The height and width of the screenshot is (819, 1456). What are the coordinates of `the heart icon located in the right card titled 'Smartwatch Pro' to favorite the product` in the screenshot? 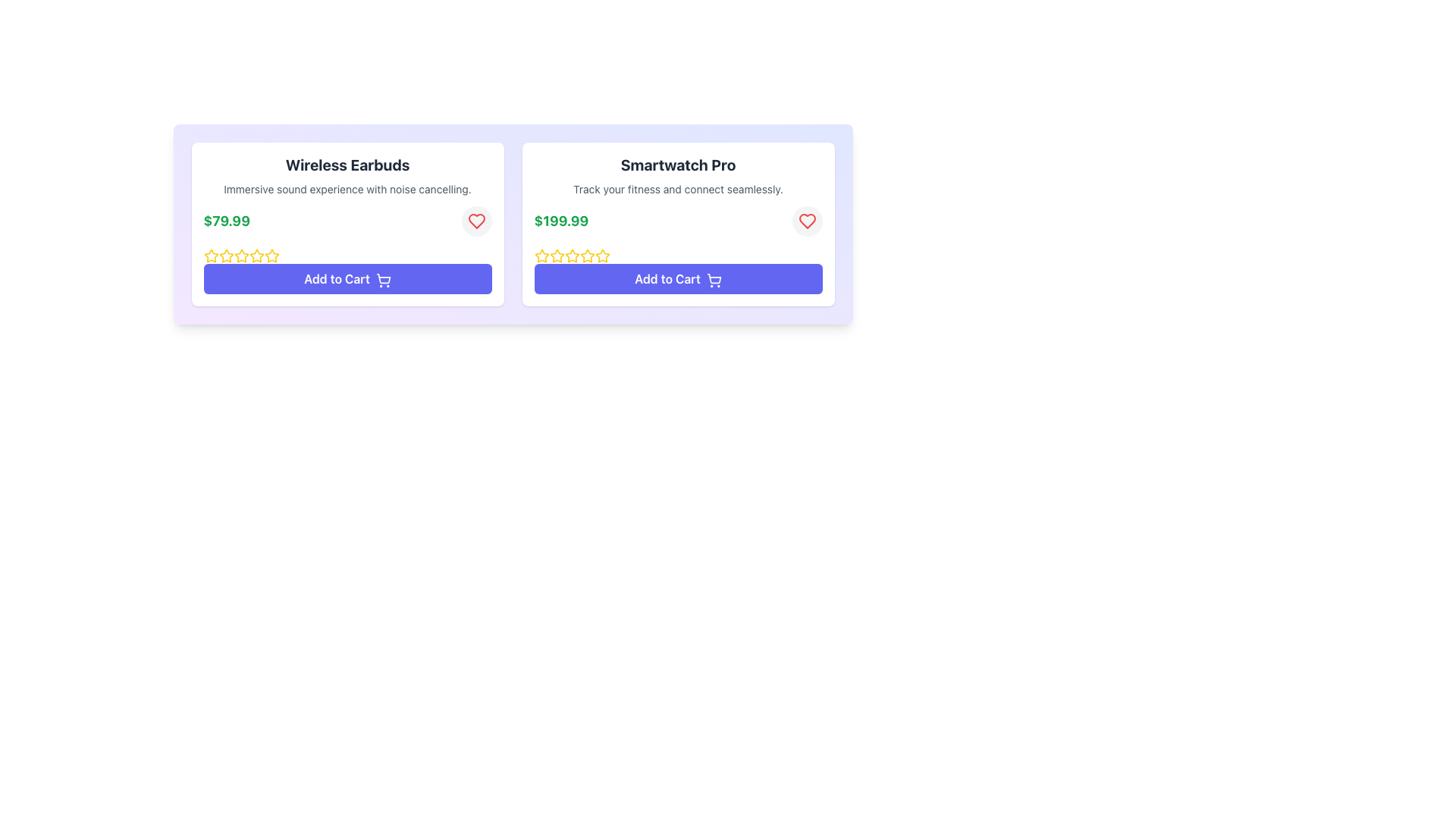 It's located at (806, 221).